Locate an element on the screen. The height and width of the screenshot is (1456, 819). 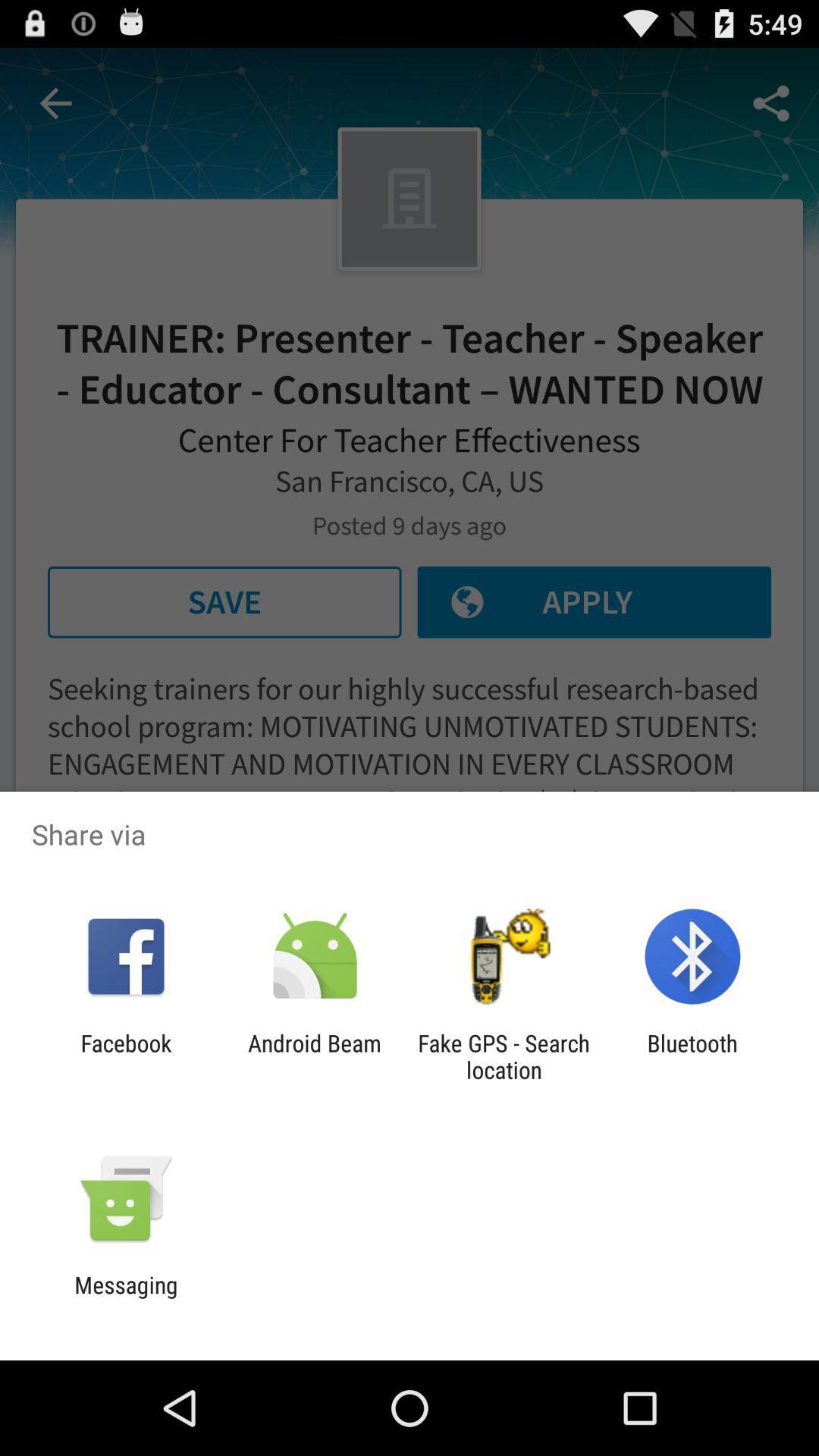
the icon next to fake gps search app is located at coordinates (692, 1056).